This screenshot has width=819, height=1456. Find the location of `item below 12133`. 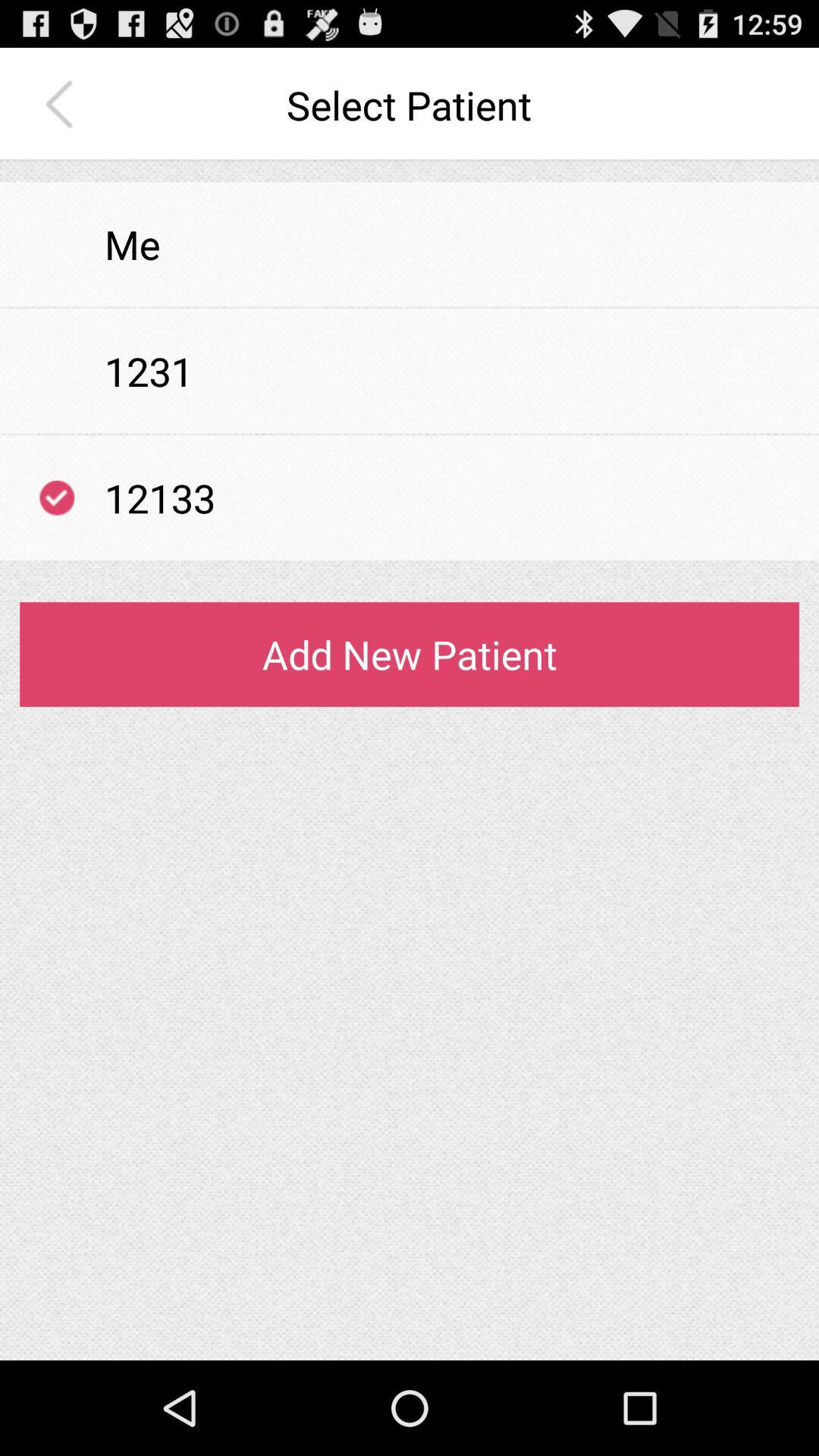

item below 12133 is located at coordinates (409, 560).